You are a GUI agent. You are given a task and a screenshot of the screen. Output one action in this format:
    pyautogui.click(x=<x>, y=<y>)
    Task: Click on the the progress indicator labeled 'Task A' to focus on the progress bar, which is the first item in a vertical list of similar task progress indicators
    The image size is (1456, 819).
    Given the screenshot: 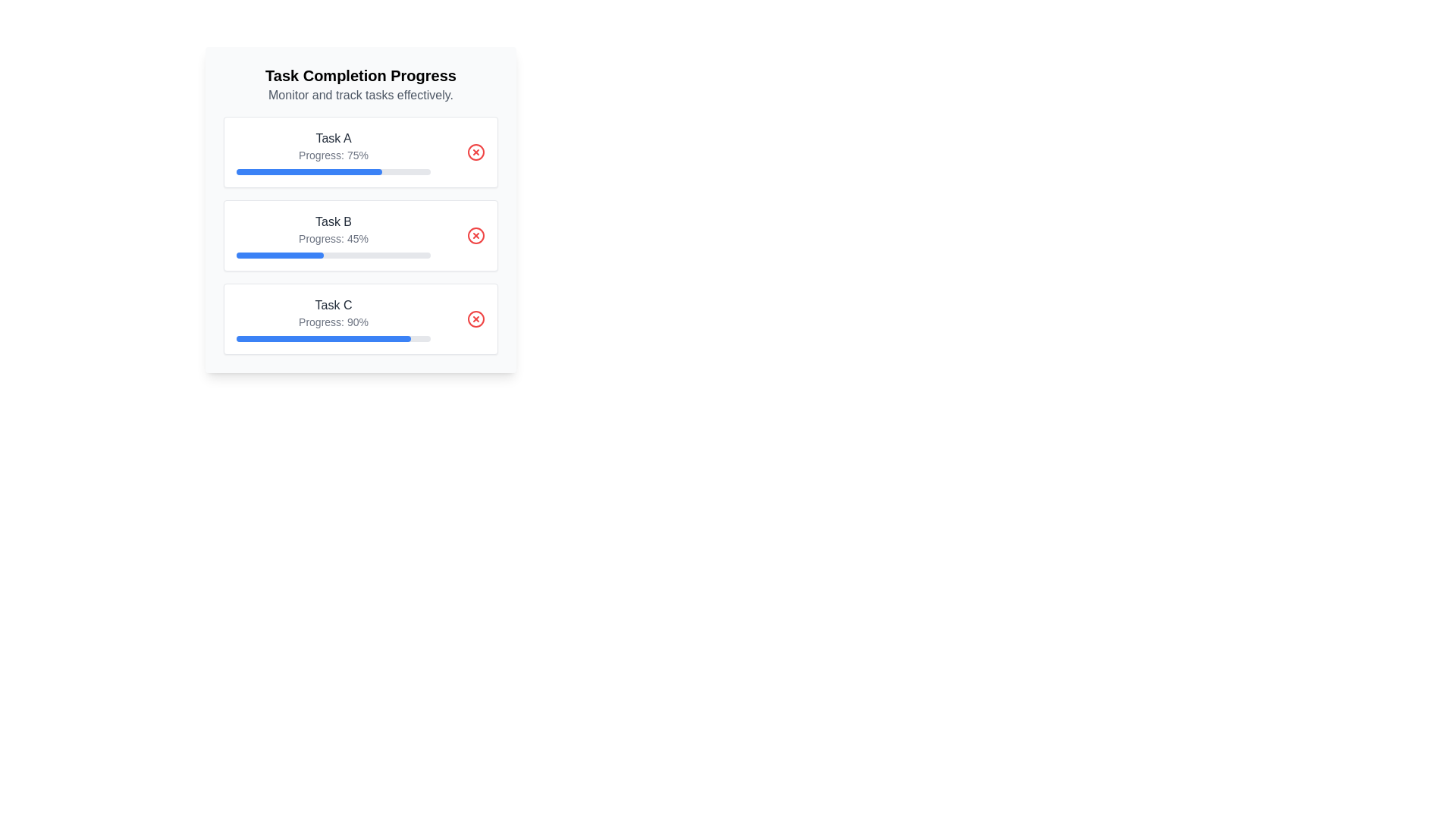 What is the action you would take?
    pyautogui.click(x=333, y=152)
    